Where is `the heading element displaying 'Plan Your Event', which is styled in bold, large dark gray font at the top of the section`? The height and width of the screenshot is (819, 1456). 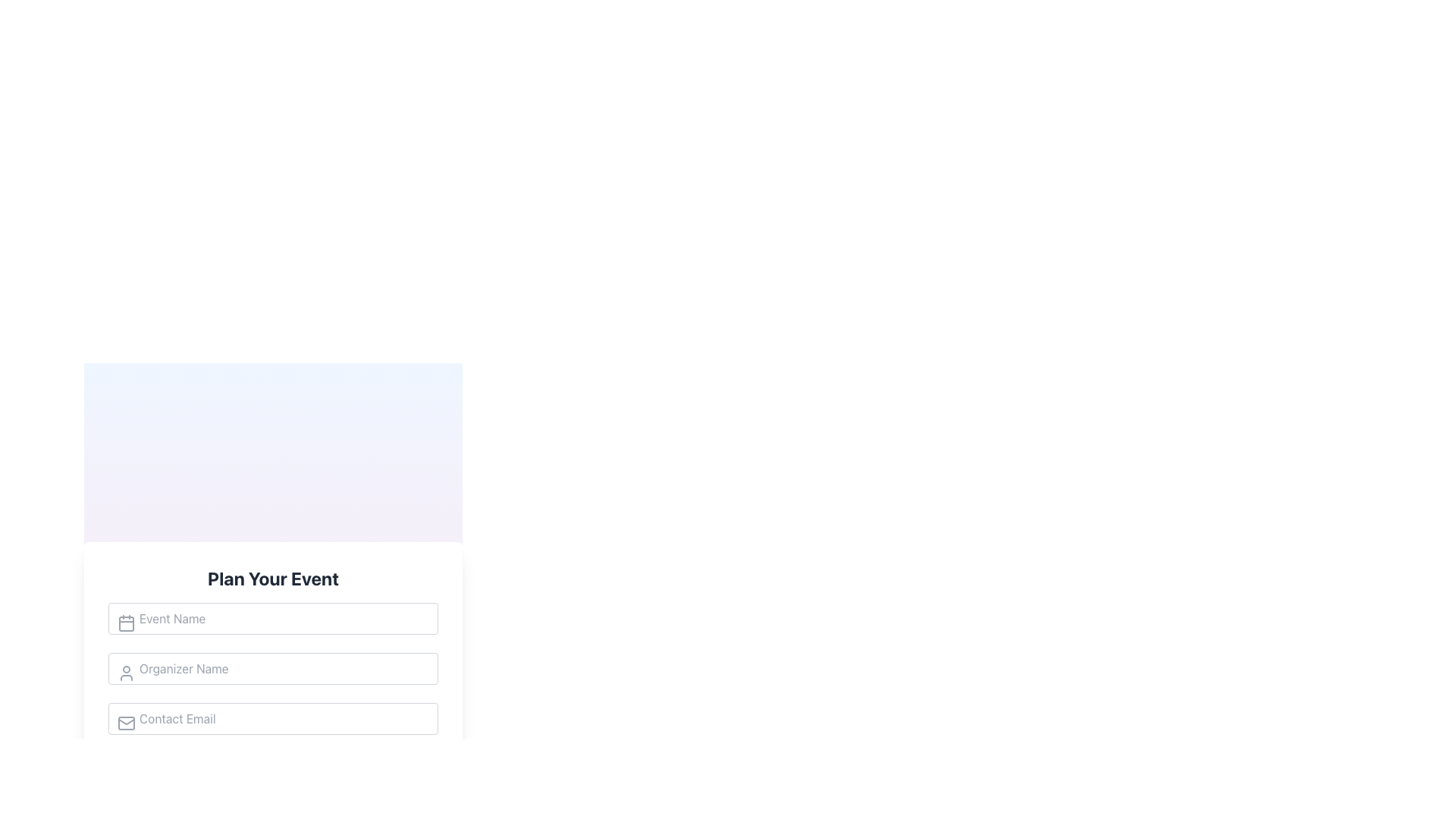 the heading element displaying 'Plan Your Event', which is styled in bold, large dark gray font at the top of the section is located at coordinates (273, 579).